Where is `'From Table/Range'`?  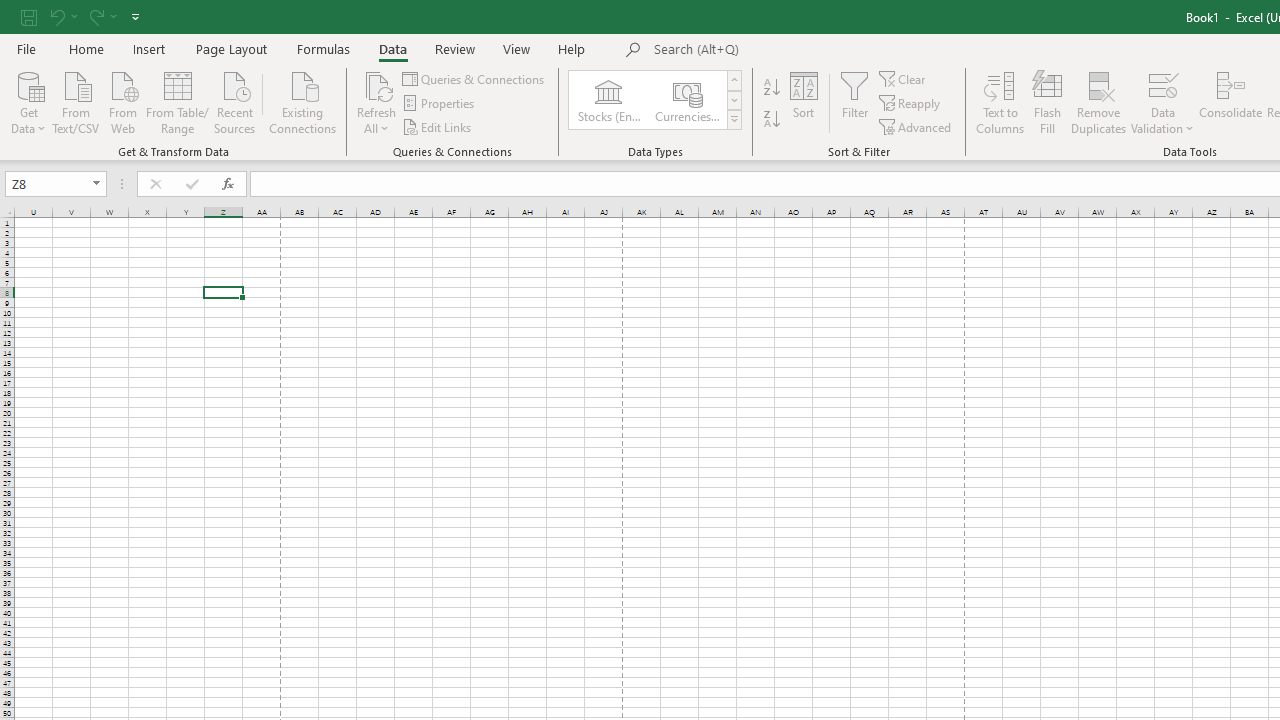 'From Table/Range' is located at coordinates (177, 101).